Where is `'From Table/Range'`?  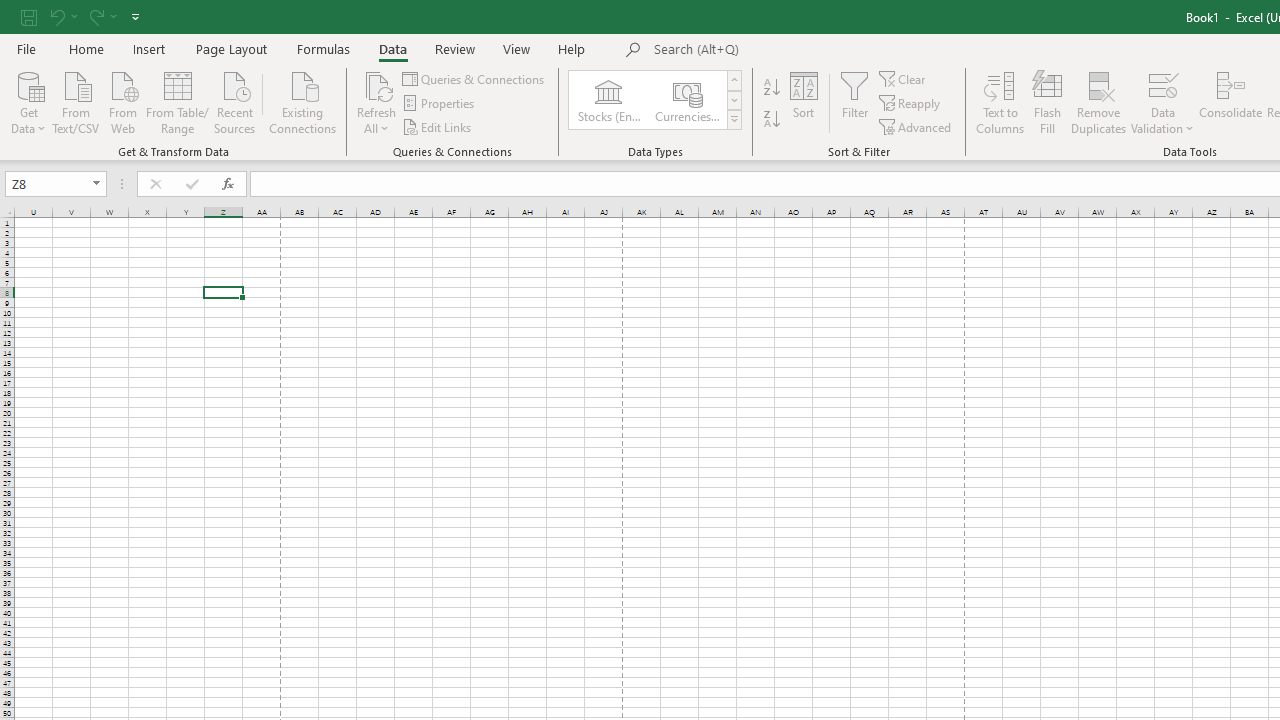 'From Table/Range' is located at coordinates (177, 101).